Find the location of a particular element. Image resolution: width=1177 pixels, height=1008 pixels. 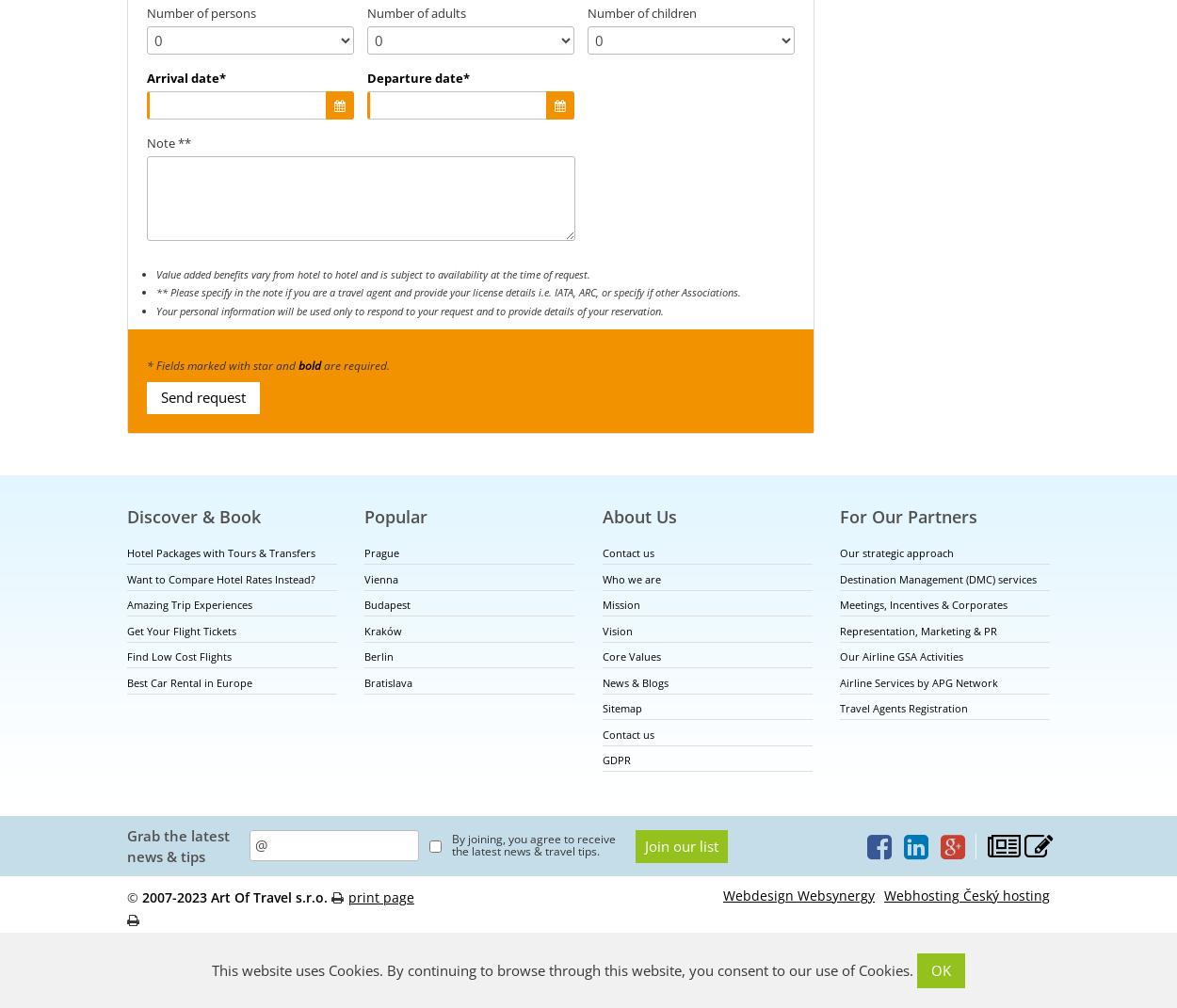

'Destination Management (DMC) services' is located at coordinates (936, 577).